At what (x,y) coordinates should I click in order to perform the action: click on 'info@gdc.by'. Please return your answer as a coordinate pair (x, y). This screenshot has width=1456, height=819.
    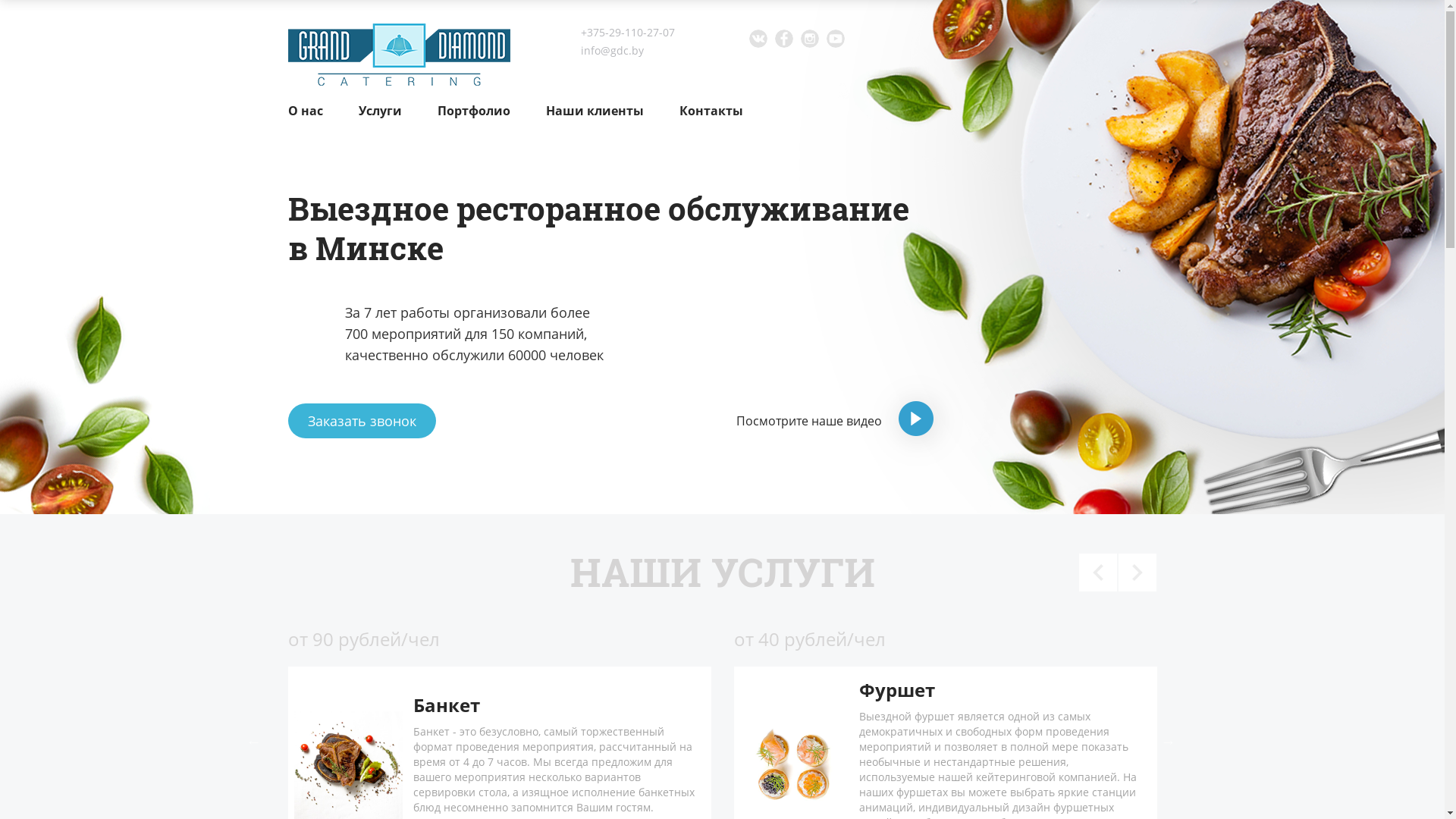
    Looking at the image, I should click on (612, 49).